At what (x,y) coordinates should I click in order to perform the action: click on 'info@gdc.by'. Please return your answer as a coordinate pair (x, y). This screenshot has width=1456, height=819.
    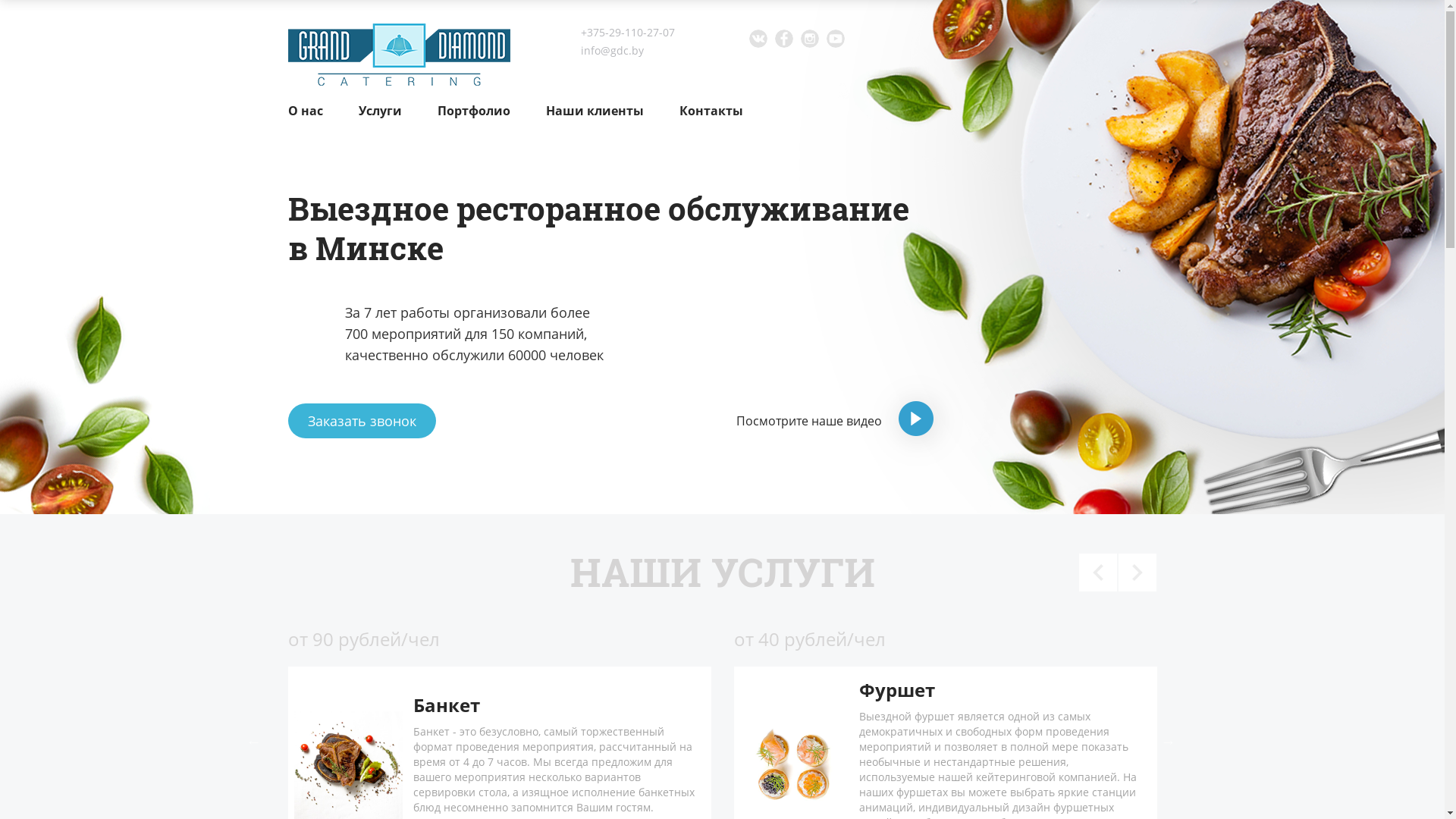
    Looking at the image, I should click on (612, 49).